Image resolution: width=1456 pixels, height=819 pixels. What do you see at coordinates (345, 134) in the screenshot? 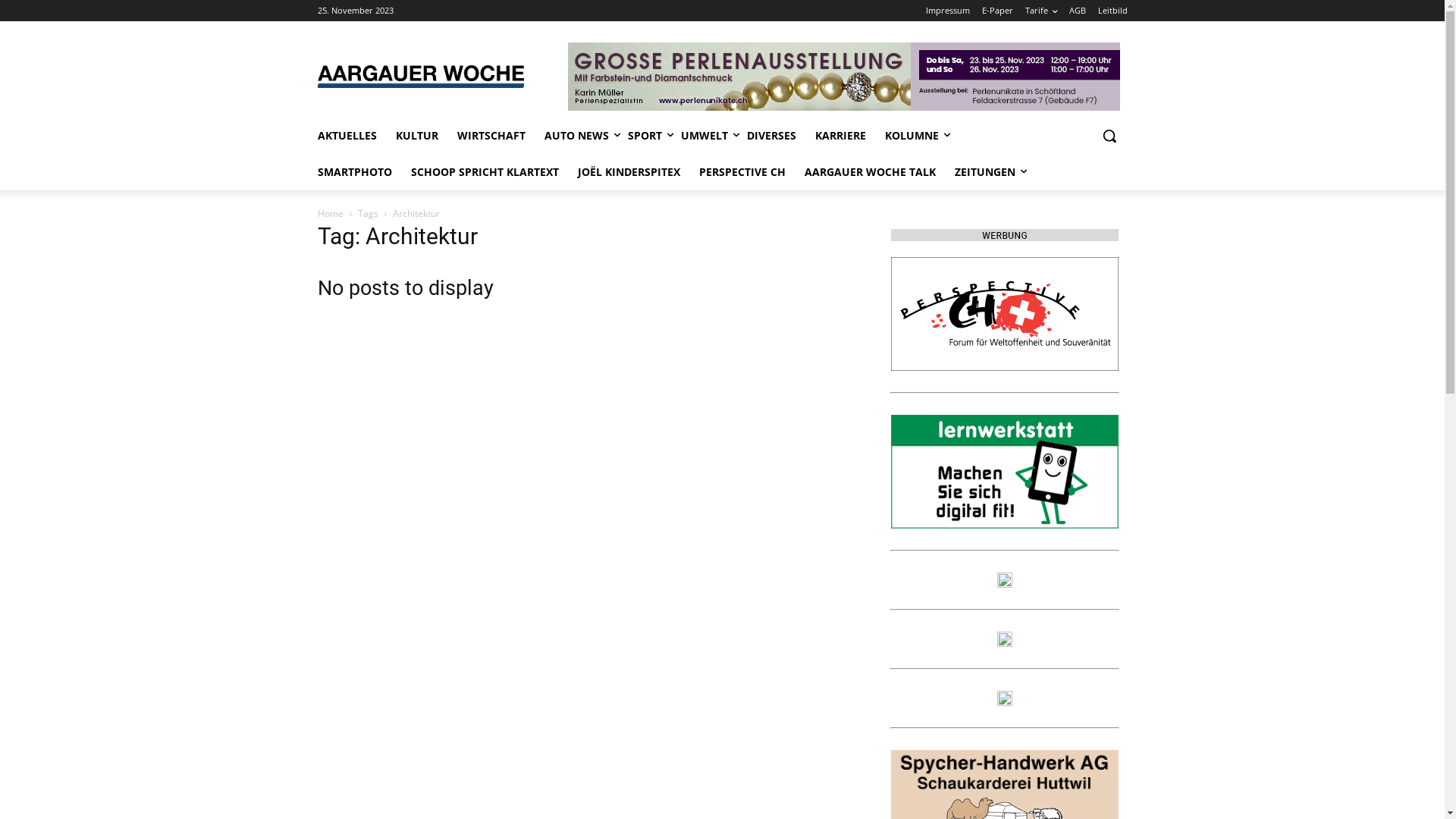
I see `'AKTUELLES'` at bounding box center [345, 134].